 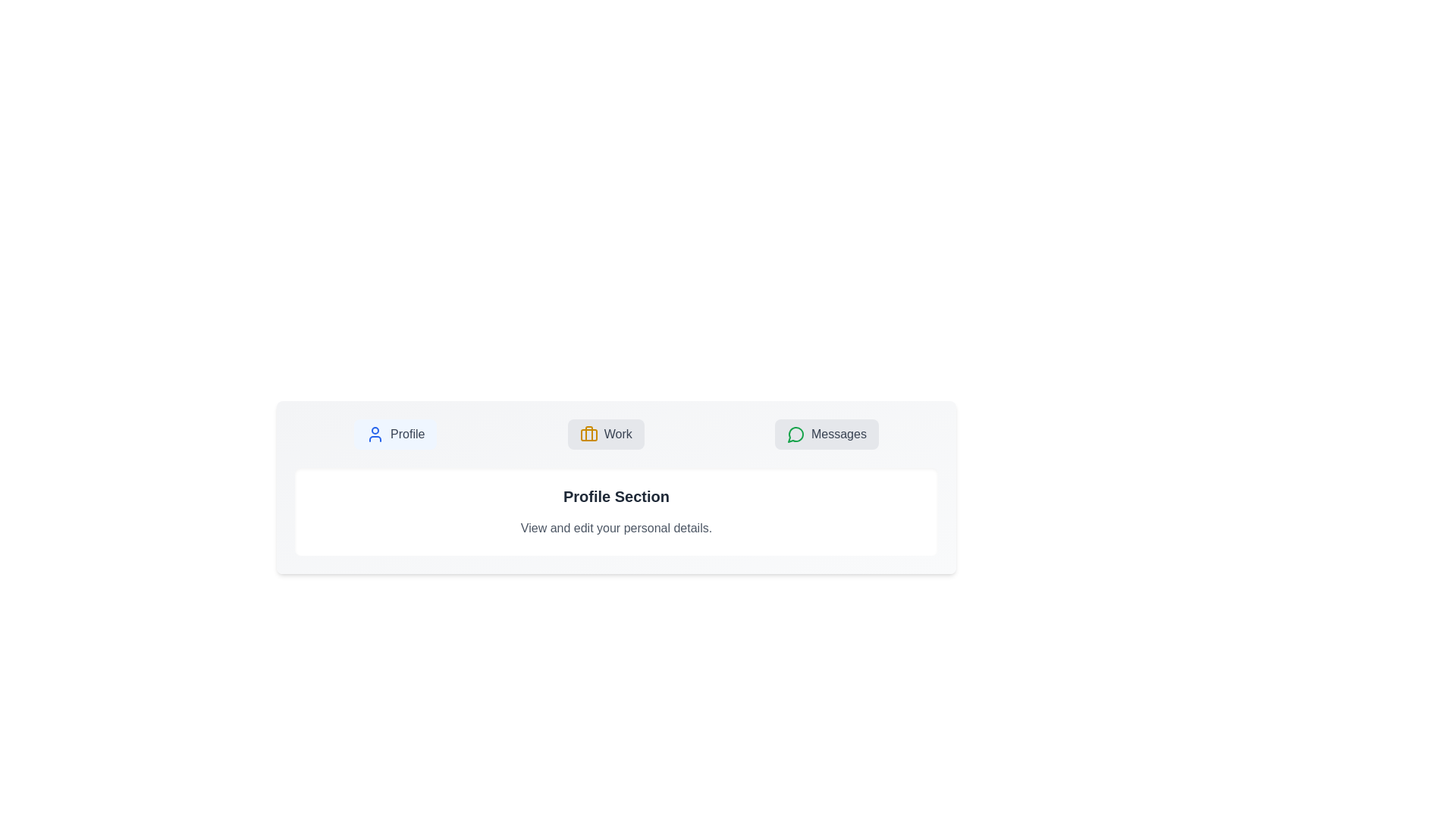 I want to click on the Work button to display its associated content, so click(x=604, y=435).